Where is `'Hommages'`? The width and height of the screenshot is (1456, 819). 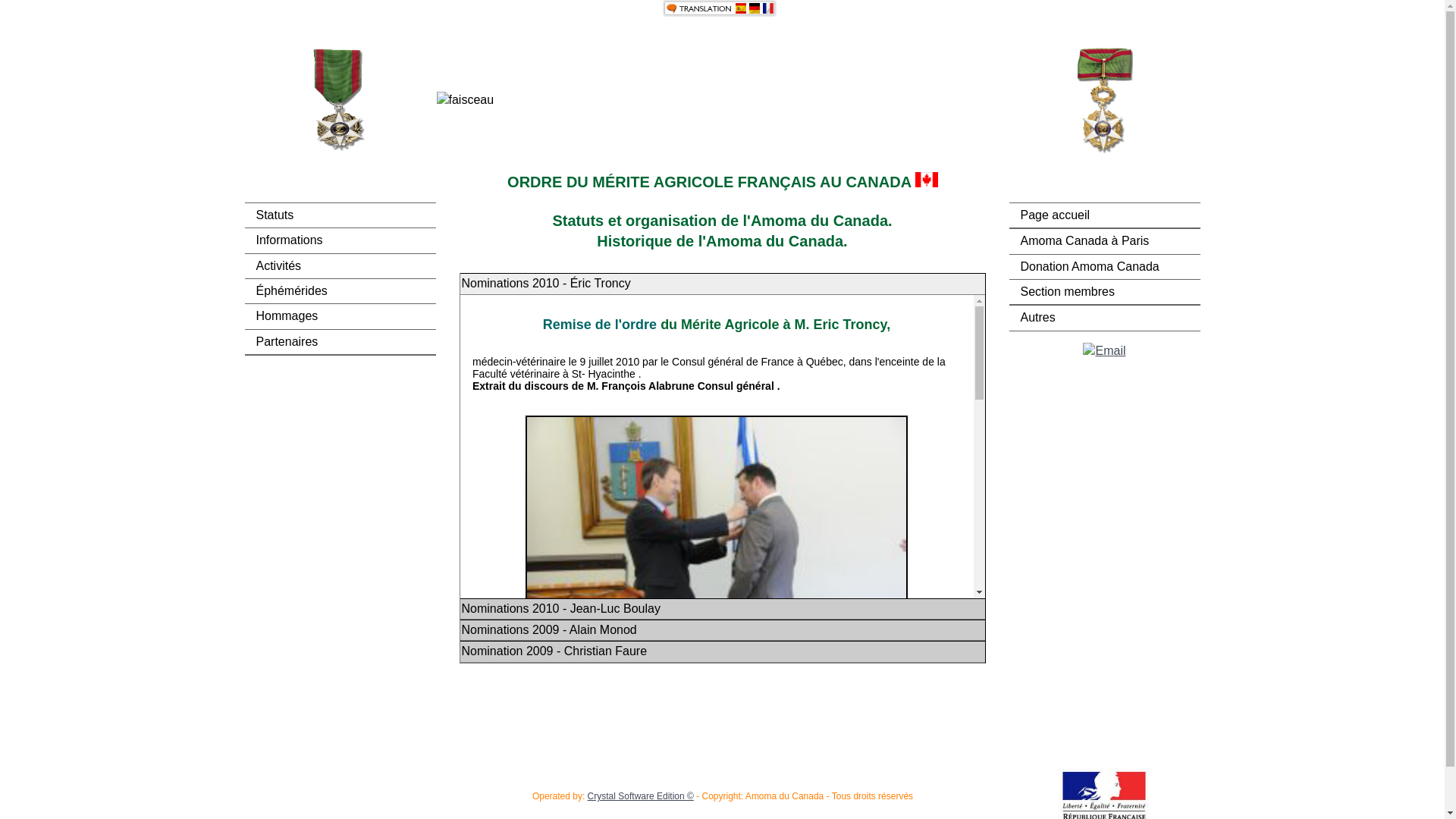 'Hommages' is located at coordinates (338, 315).